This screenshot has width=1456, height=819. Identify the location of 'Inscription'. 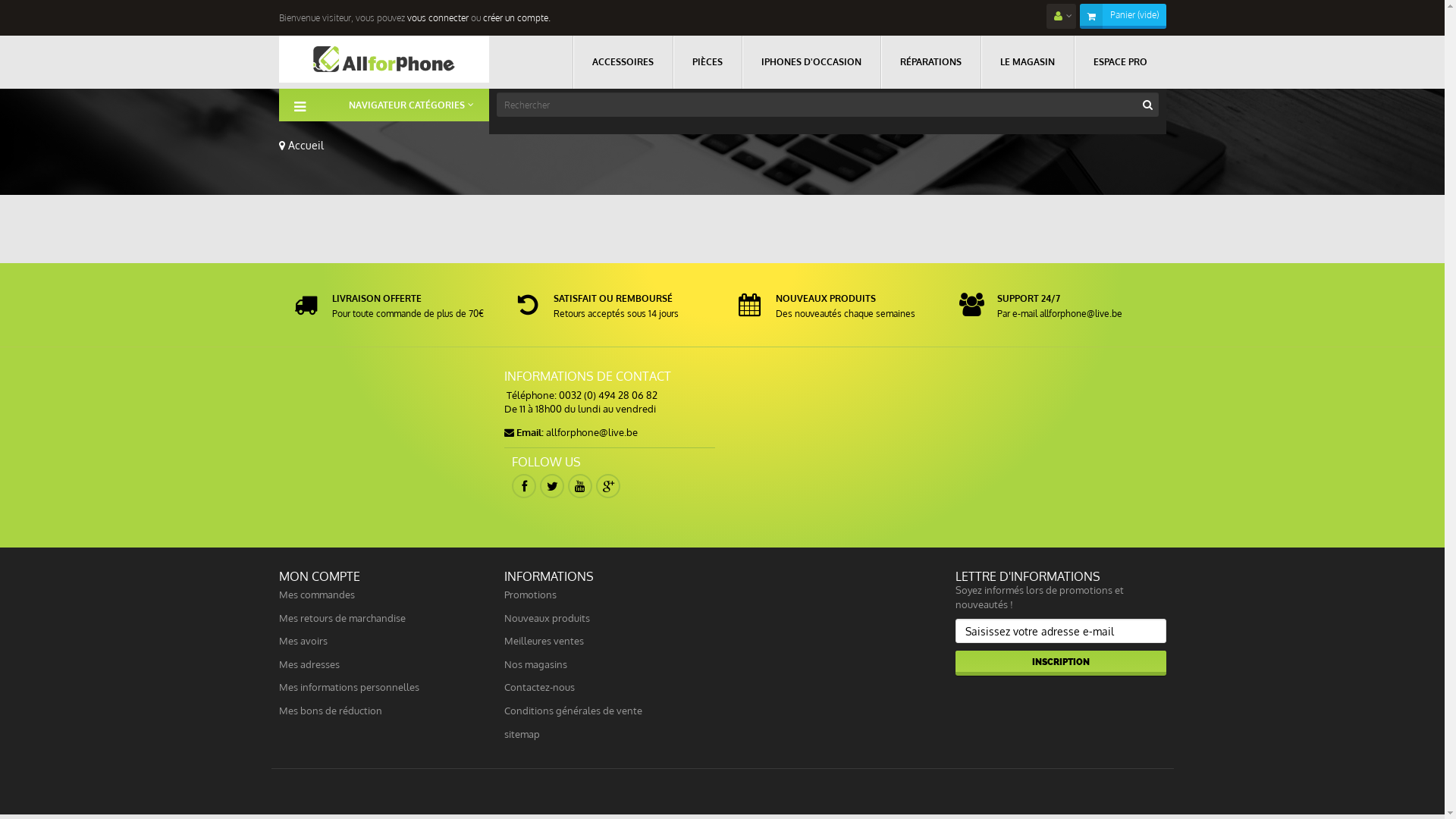
(1059, 662).